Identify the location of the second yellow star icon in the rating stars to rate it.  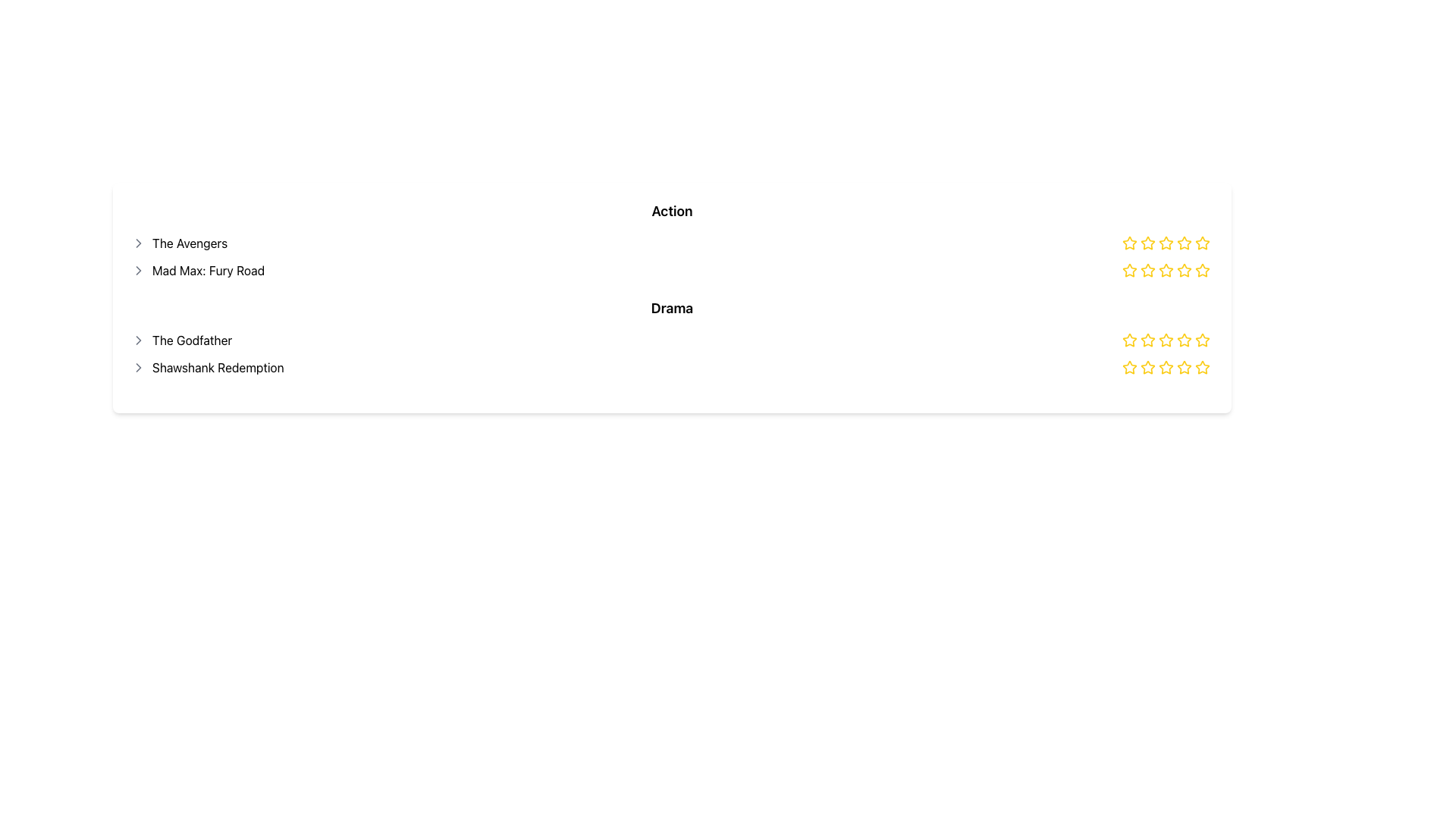
(1129, 270).